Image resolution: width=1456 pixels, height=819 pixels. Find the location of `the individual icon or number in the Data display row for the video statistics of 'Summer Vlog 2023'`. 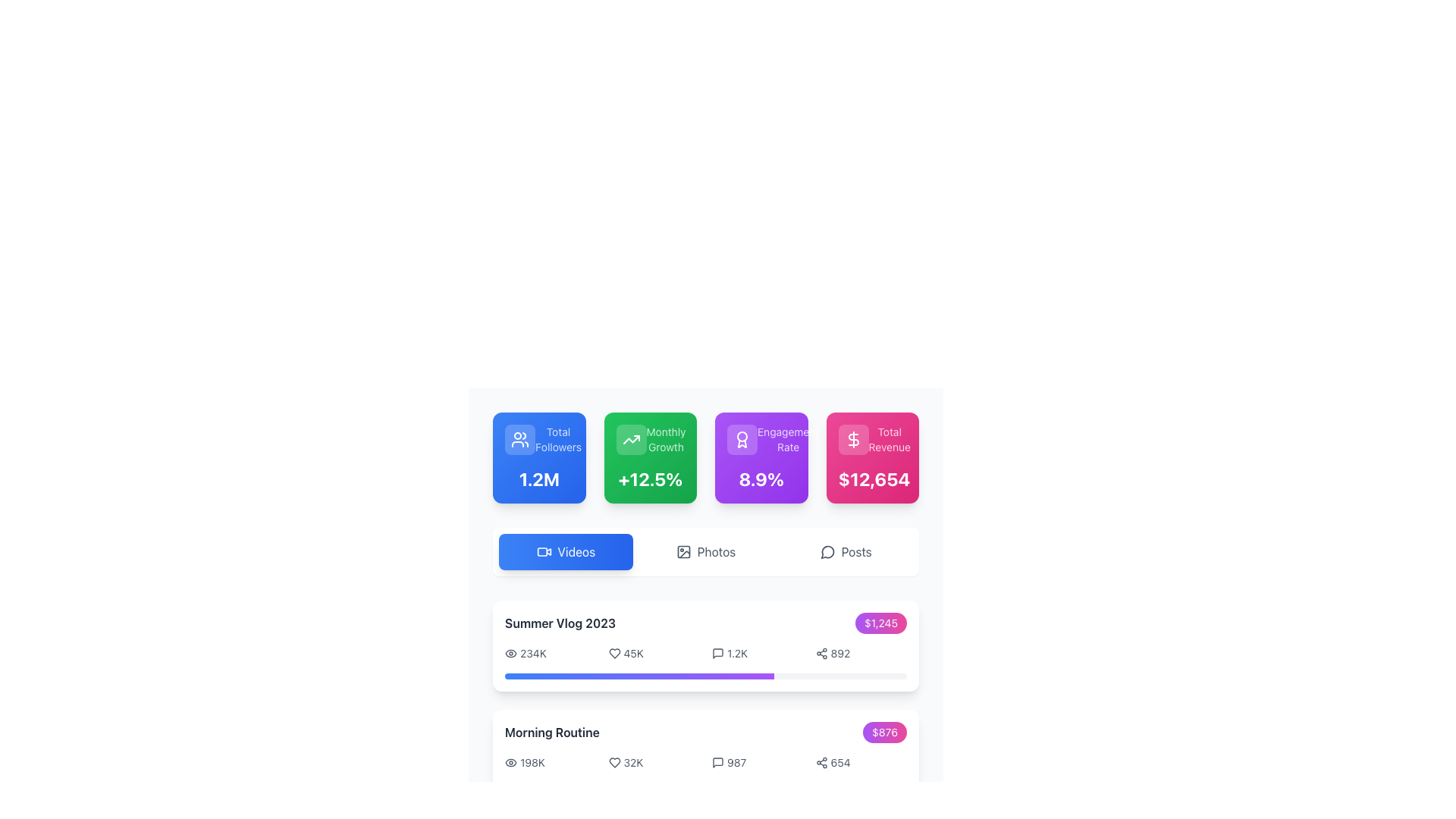

the individual icon or number in the Data display row for the video statistics of 'Summer Vlog 2023' is located at coordinates (705, 652).